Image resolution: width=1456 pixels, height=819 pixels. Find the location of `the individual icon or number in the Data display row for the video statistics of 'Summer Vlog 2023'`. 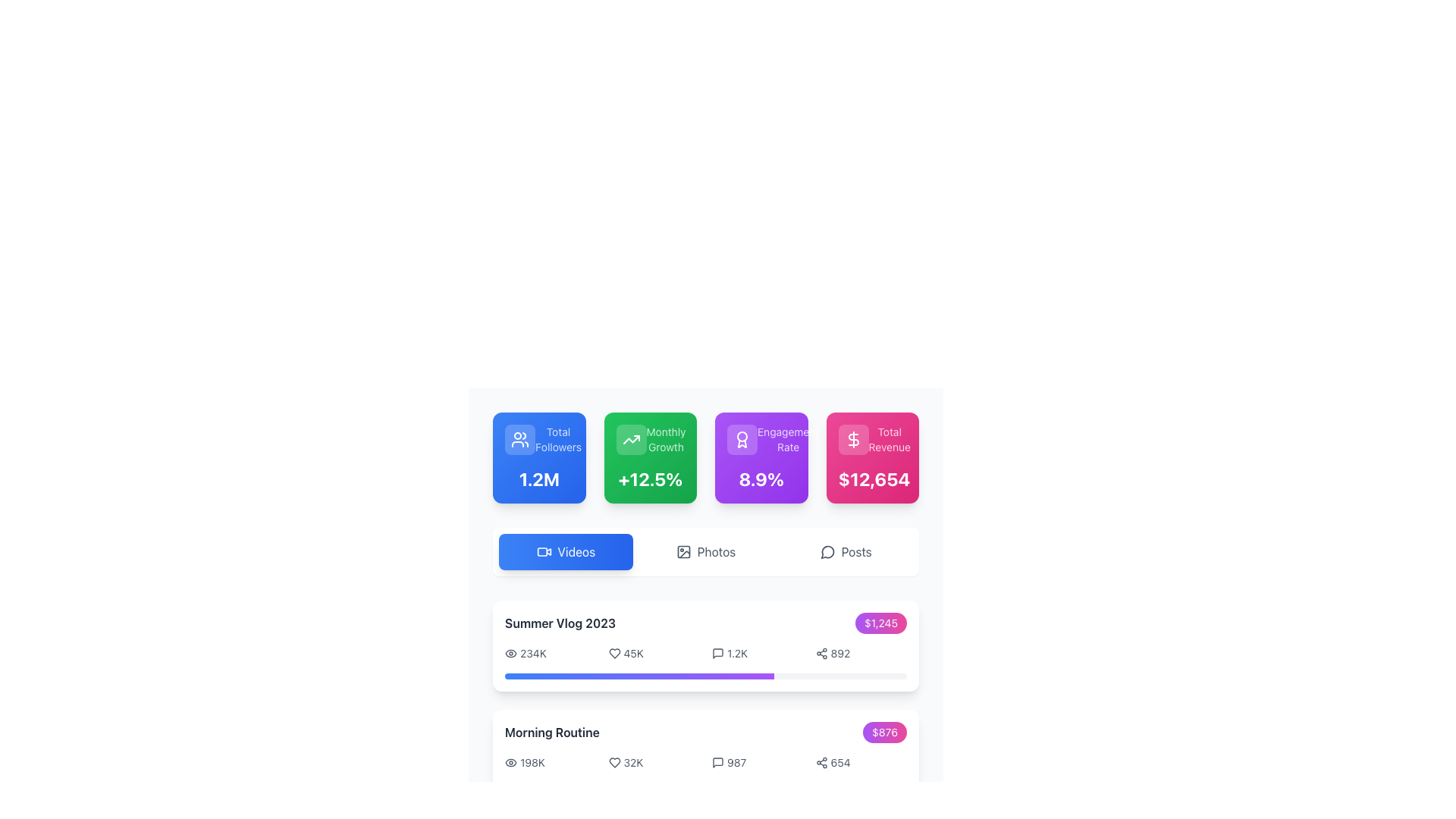

the individual icon or number in the Data display row for the video statistics of 'Summer Vlog 2023' is located at coordinates (705, 652).